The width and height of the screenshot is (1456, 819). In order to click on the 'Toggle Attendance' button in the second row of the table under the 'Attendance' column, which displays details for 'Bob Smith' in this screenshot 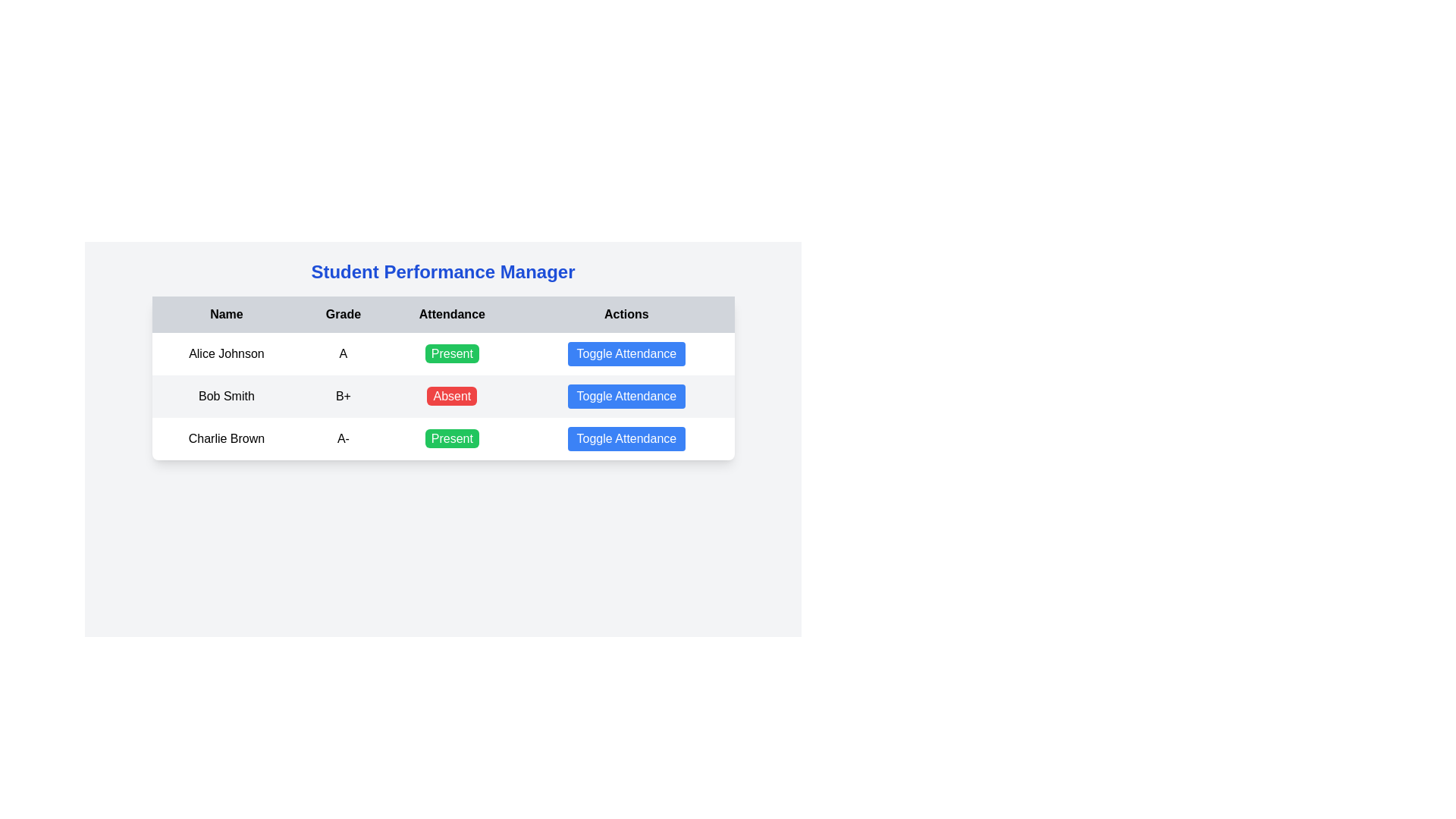, I will do `click(442, 377)`.